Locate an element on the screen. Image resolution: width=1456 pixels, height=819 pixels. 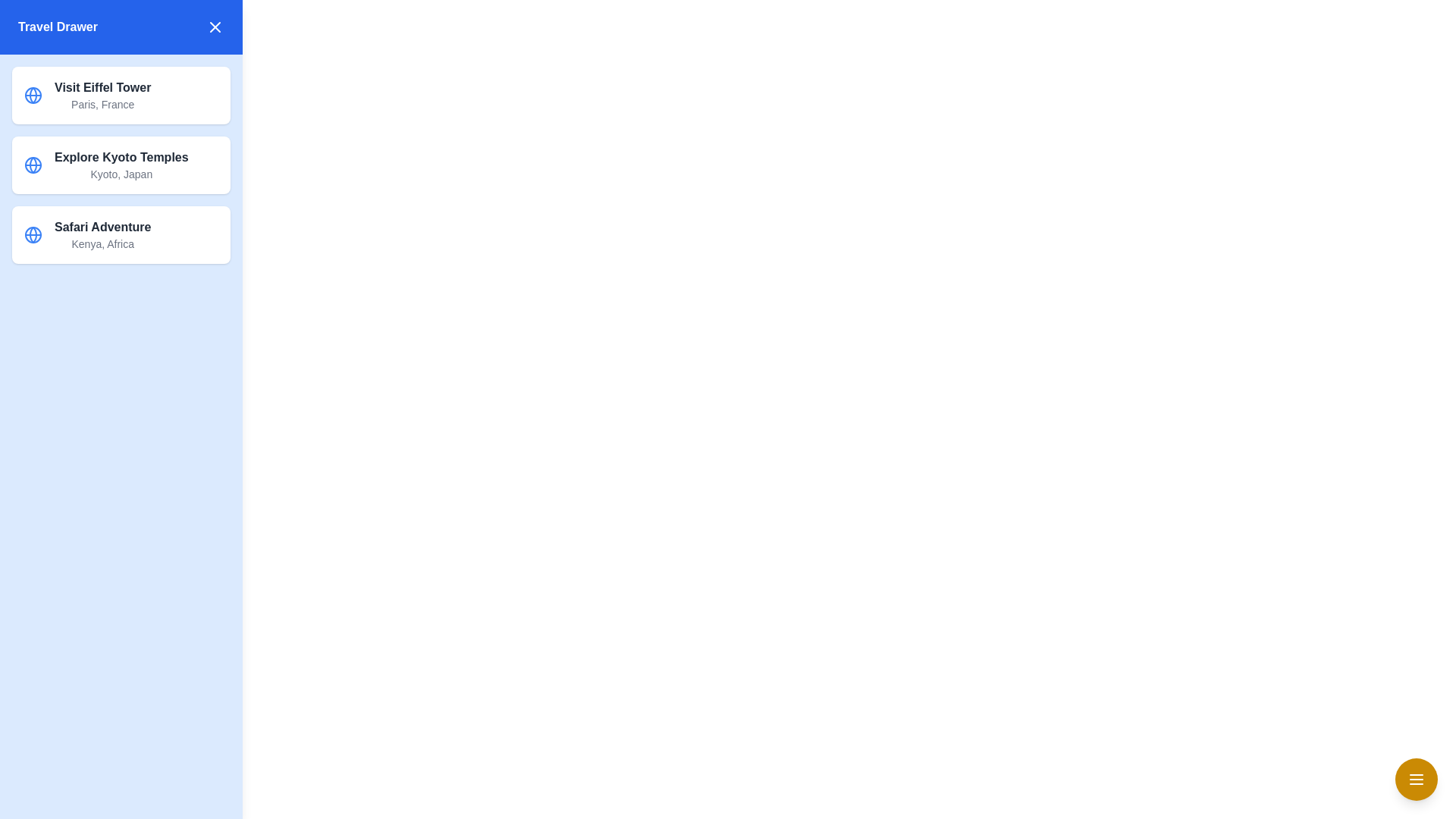
the second selectable card in the travel drawer, which opens details about 'Explore Kyoto Temples' is located at coordinates (120, 165).